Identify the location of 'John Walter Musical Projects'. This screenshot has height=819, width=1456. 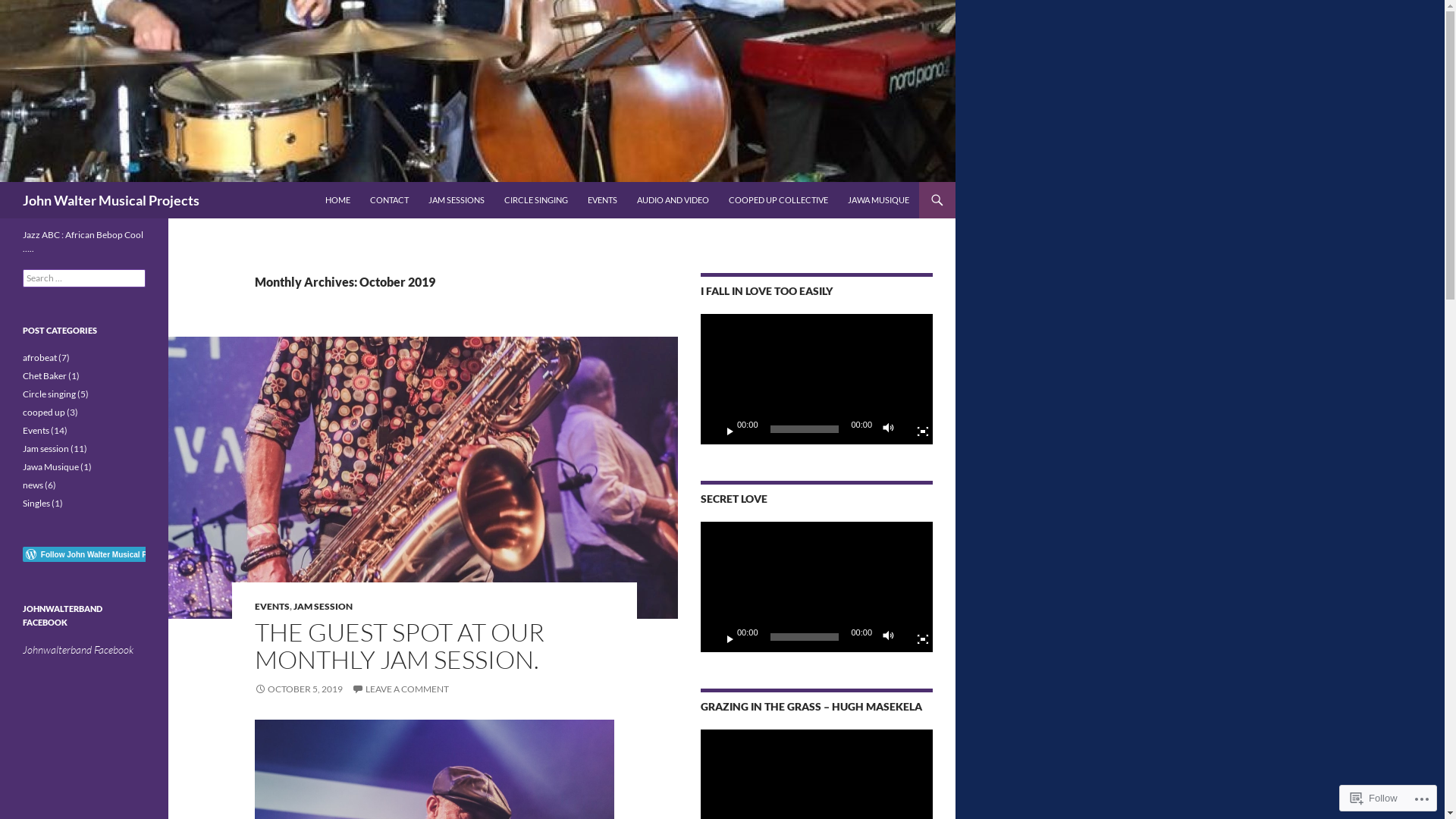
(110, 199).